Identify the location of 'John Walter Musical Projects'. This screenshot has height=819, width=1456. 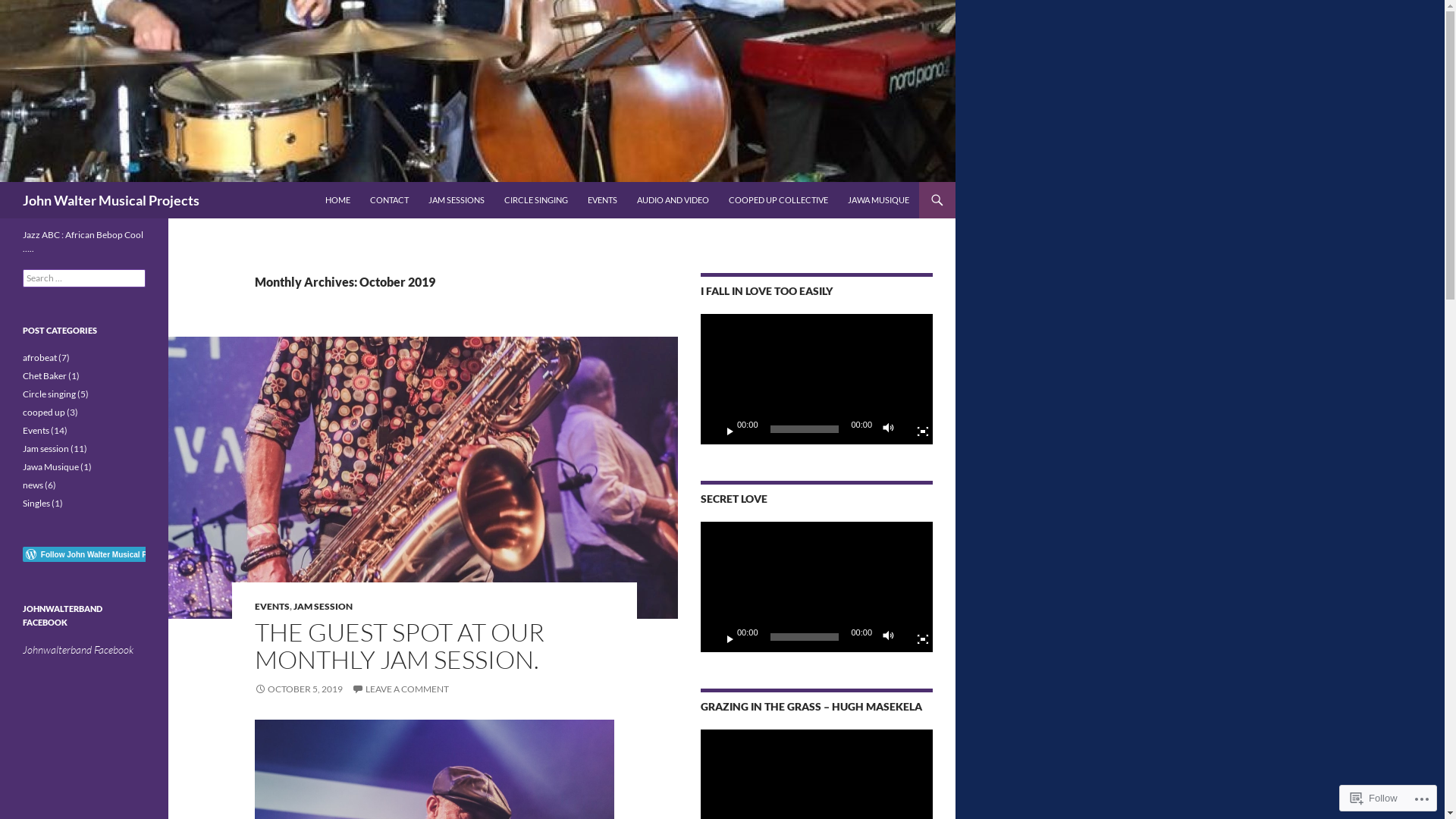
(110, 199).